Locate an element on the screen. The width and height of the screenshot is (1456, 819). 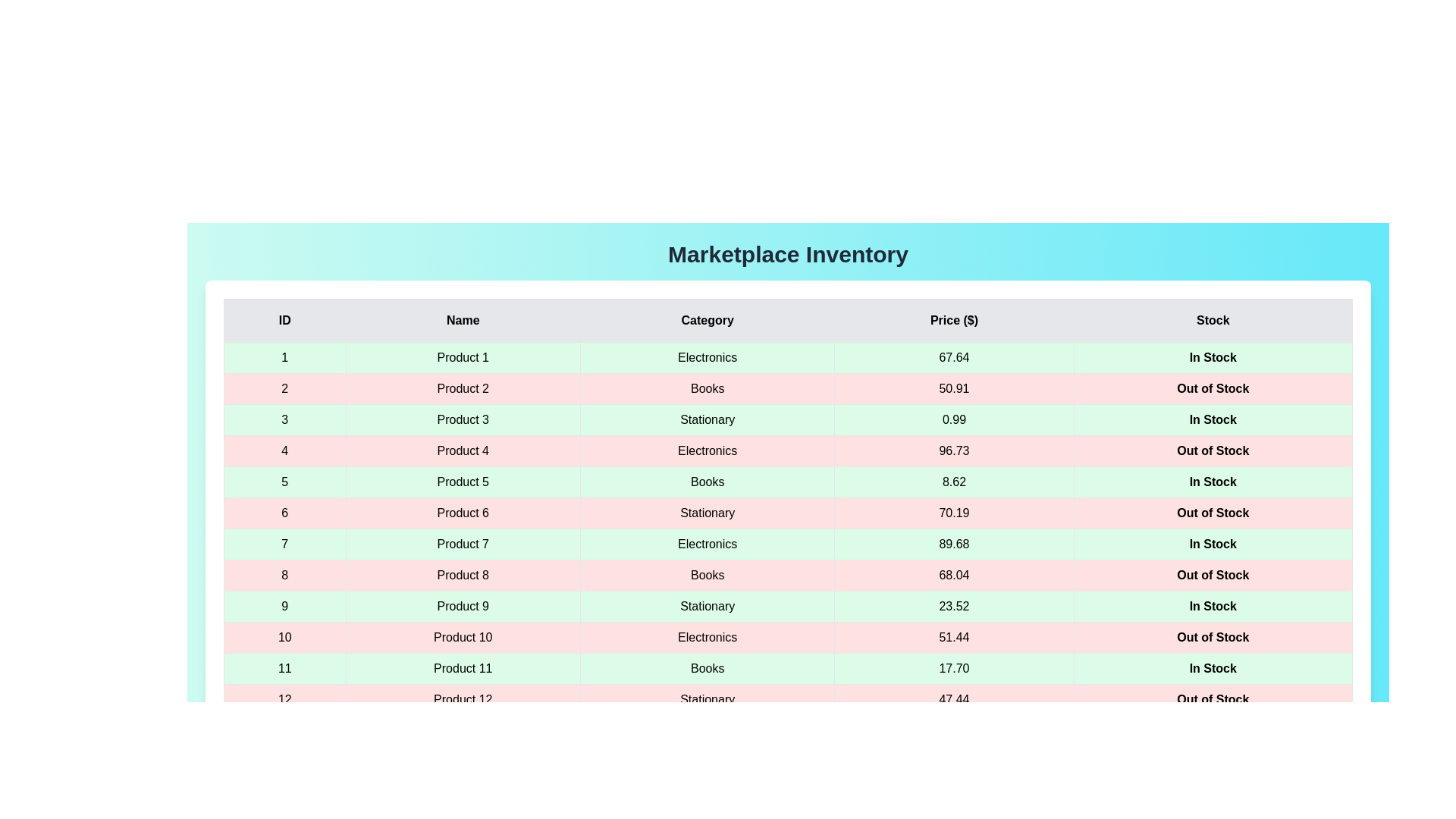
the column header labeled 'Stock' to sort the table by that column is located at coordinates (1212, 320).